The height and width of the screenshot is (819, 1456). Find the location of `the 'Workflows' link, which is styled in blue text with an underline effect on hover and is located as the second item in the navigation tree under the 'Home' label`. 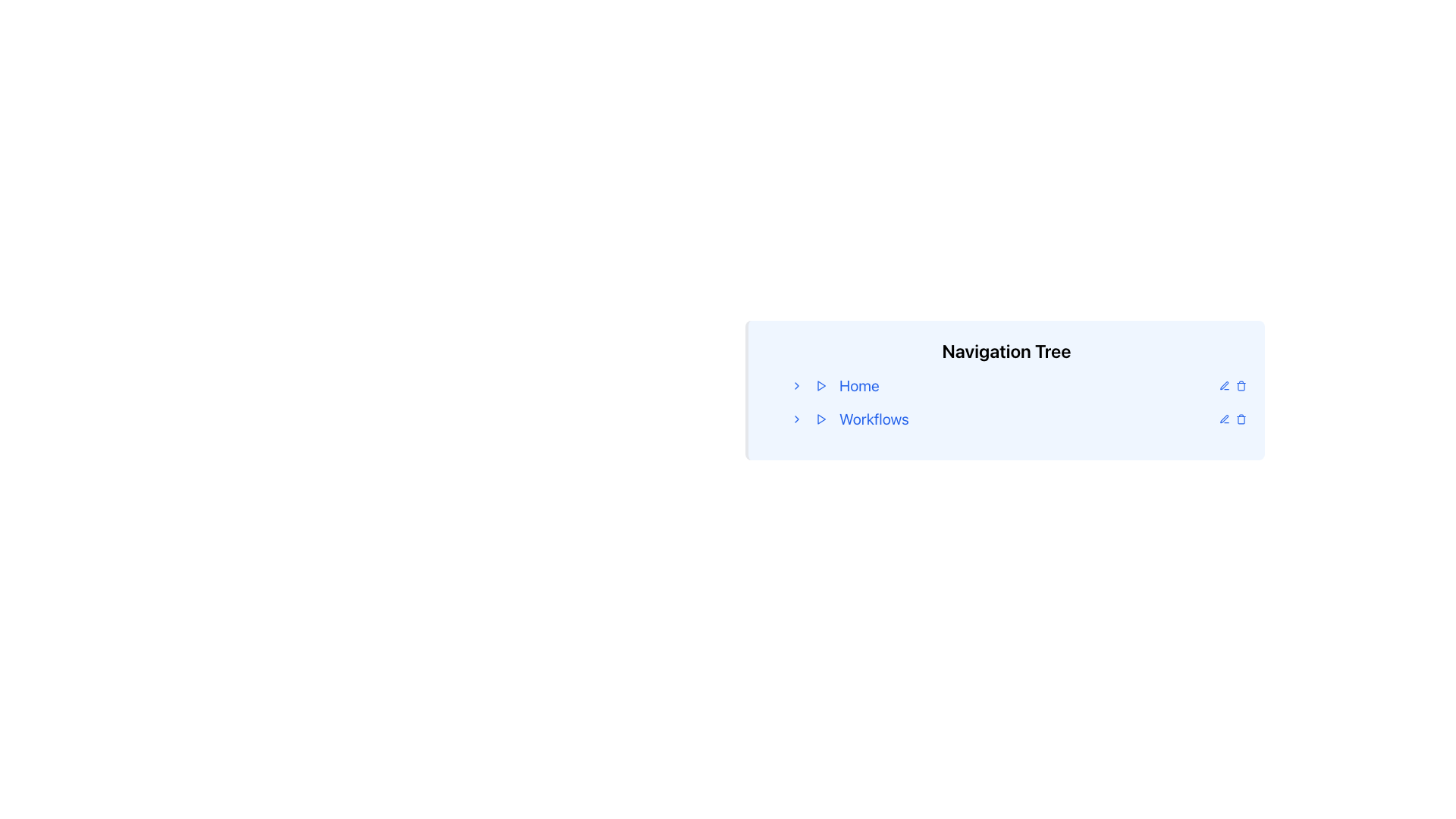

the 'Workflows' link, which is styled in blue text with an underline effect on hover and is located as the second item in the navigation tree under the 'Home' label is located at coordinates (874, 419).